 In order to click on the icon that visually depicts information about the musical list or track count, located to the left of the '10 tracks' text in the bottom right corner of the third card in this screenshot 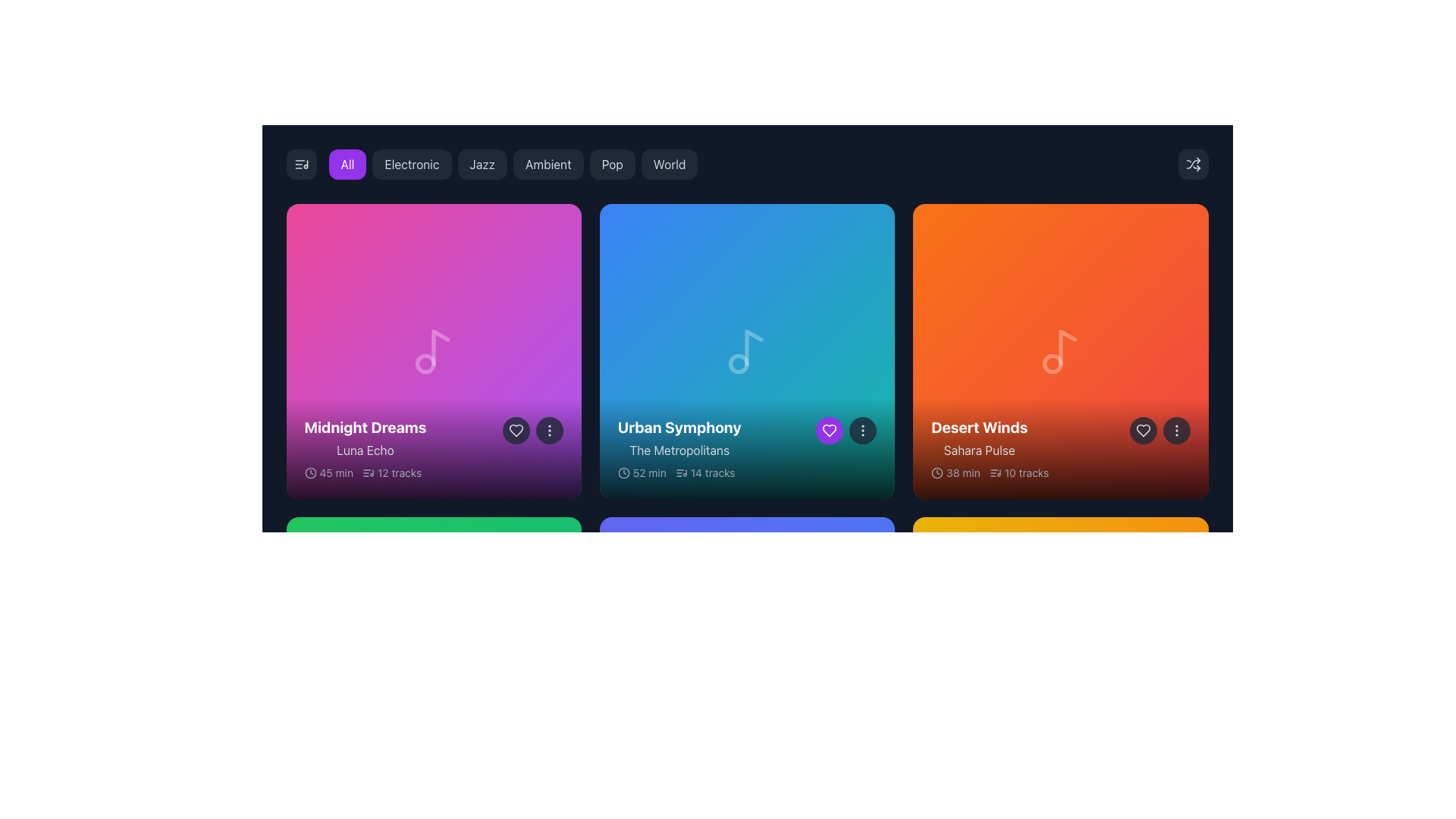, I will do `click(995, 472)`.